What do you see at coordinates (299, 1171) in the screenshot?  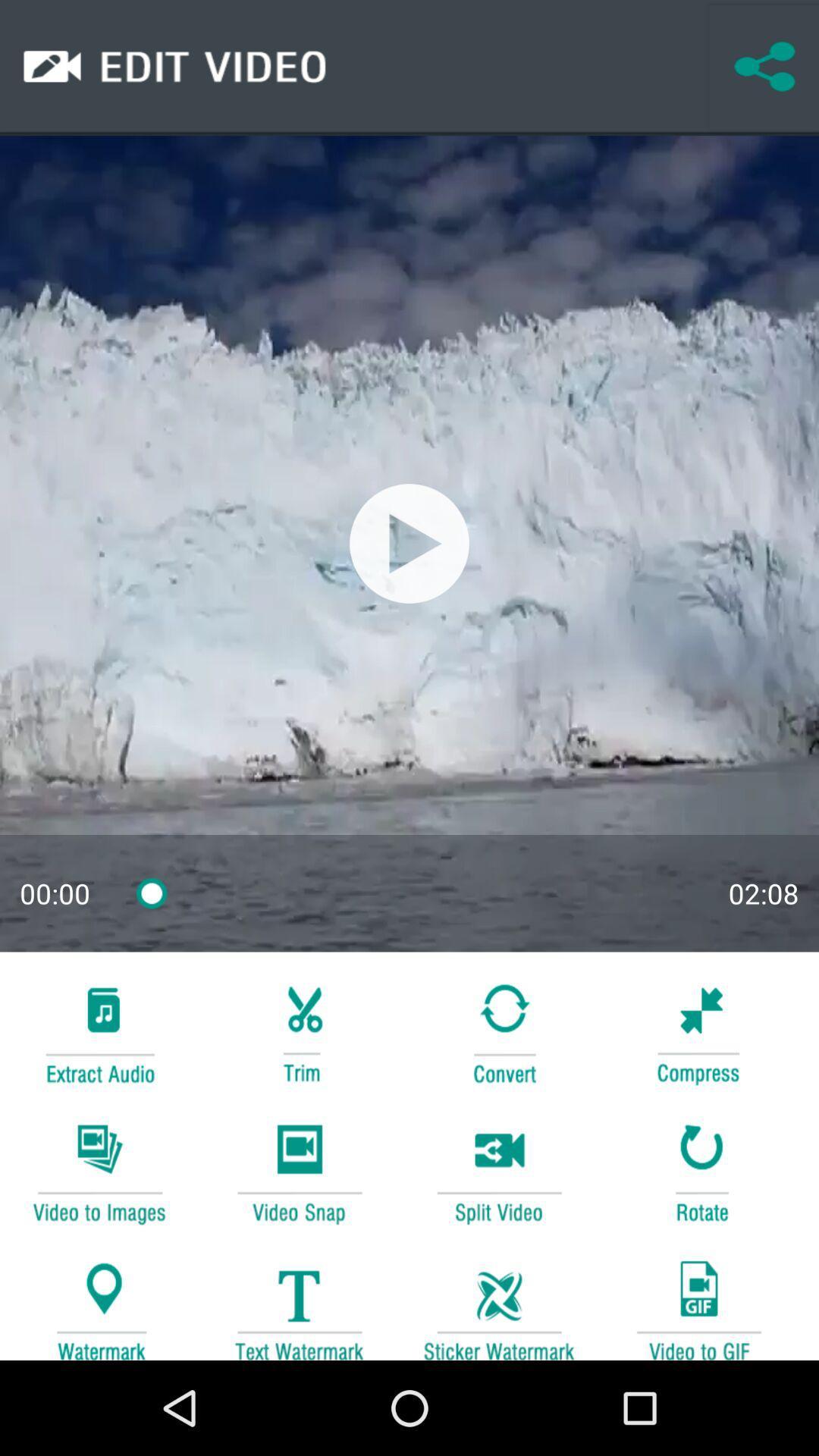 I see `to take snap of a video` at bounding box center [299, 1171].